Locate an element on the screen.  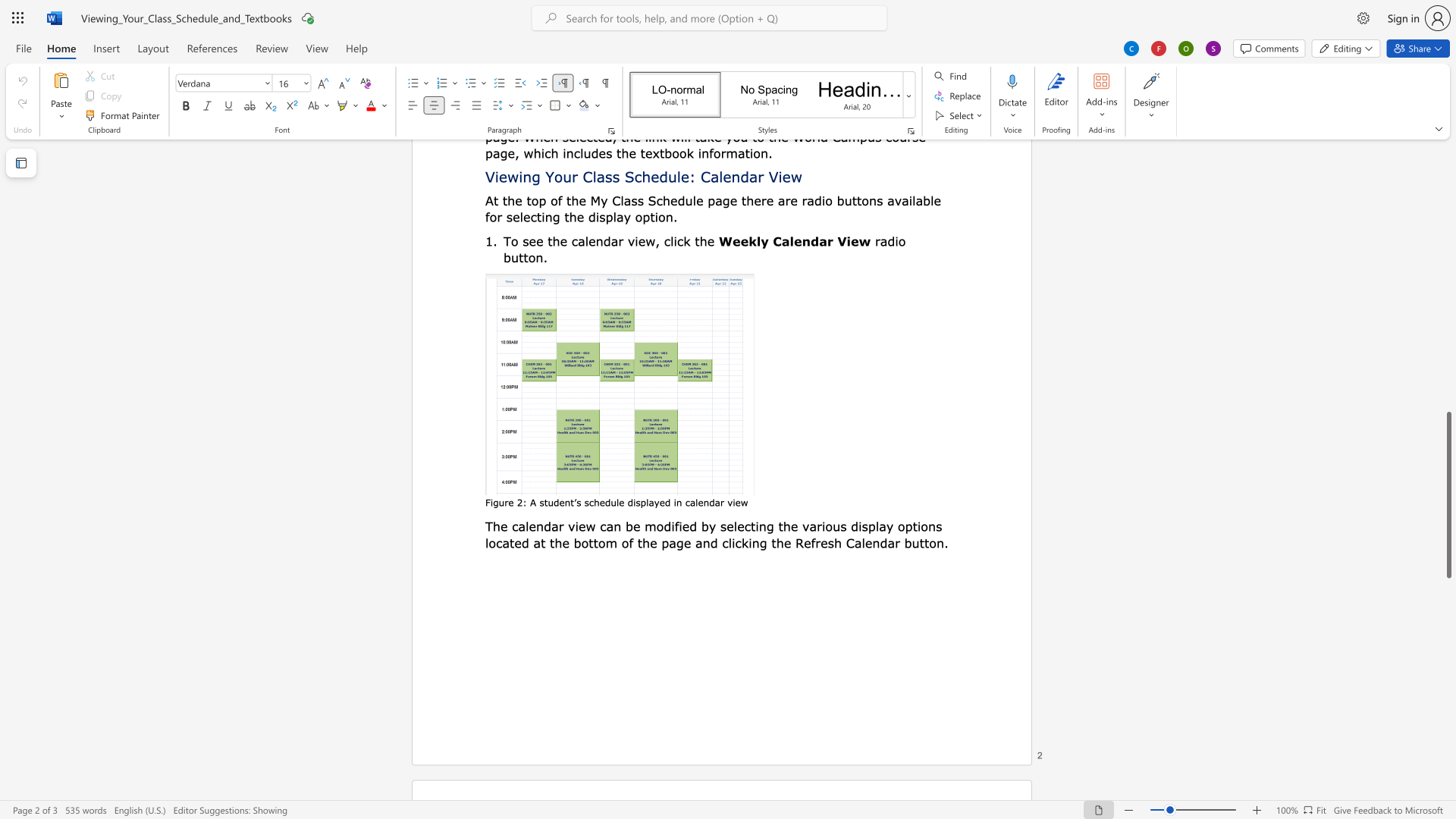
the scrollbar to move the page upward is located at coordinates (1448, 234).